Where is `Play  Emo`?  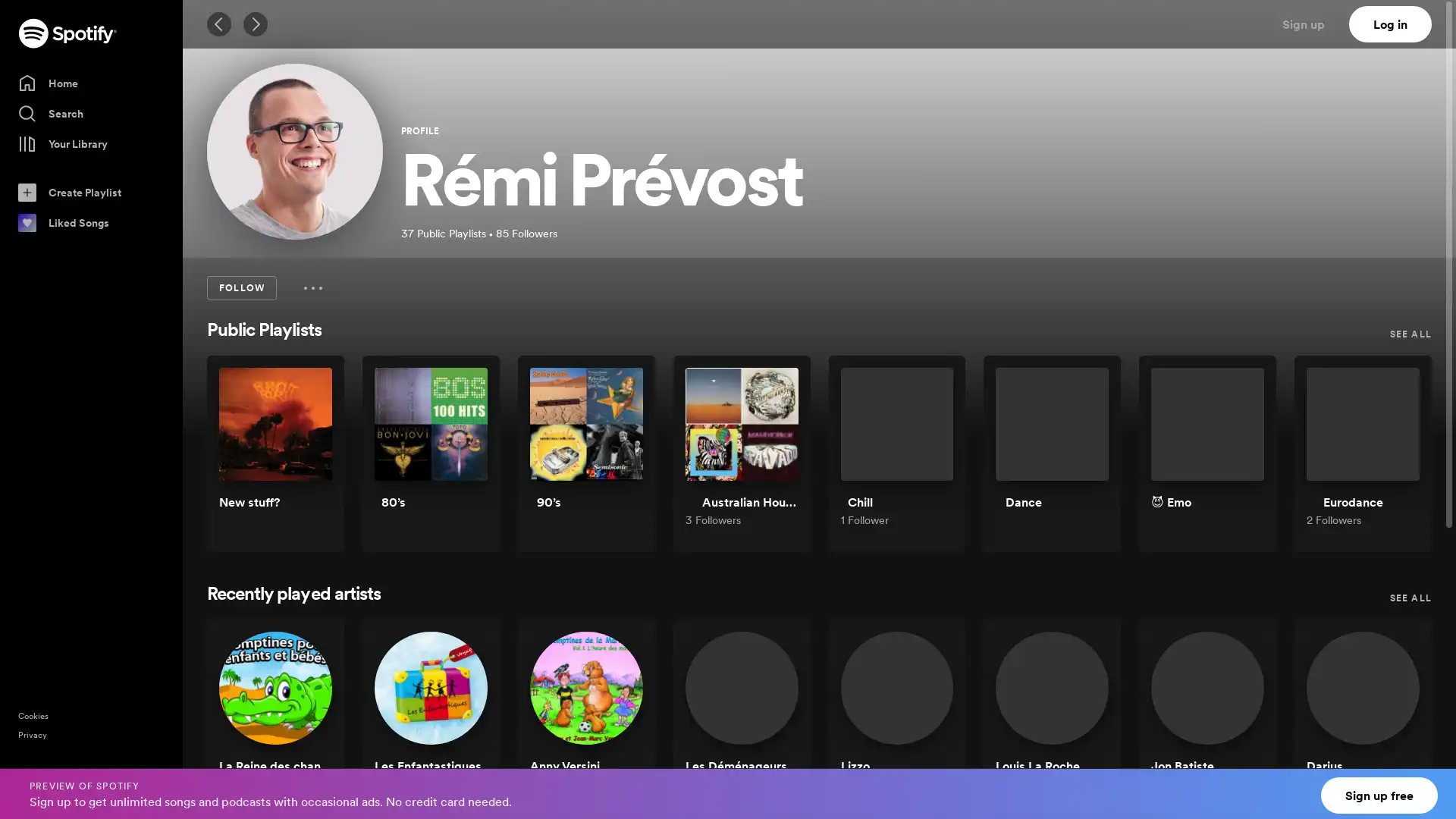 Play  Emo is located at coordinates (1240, 461).